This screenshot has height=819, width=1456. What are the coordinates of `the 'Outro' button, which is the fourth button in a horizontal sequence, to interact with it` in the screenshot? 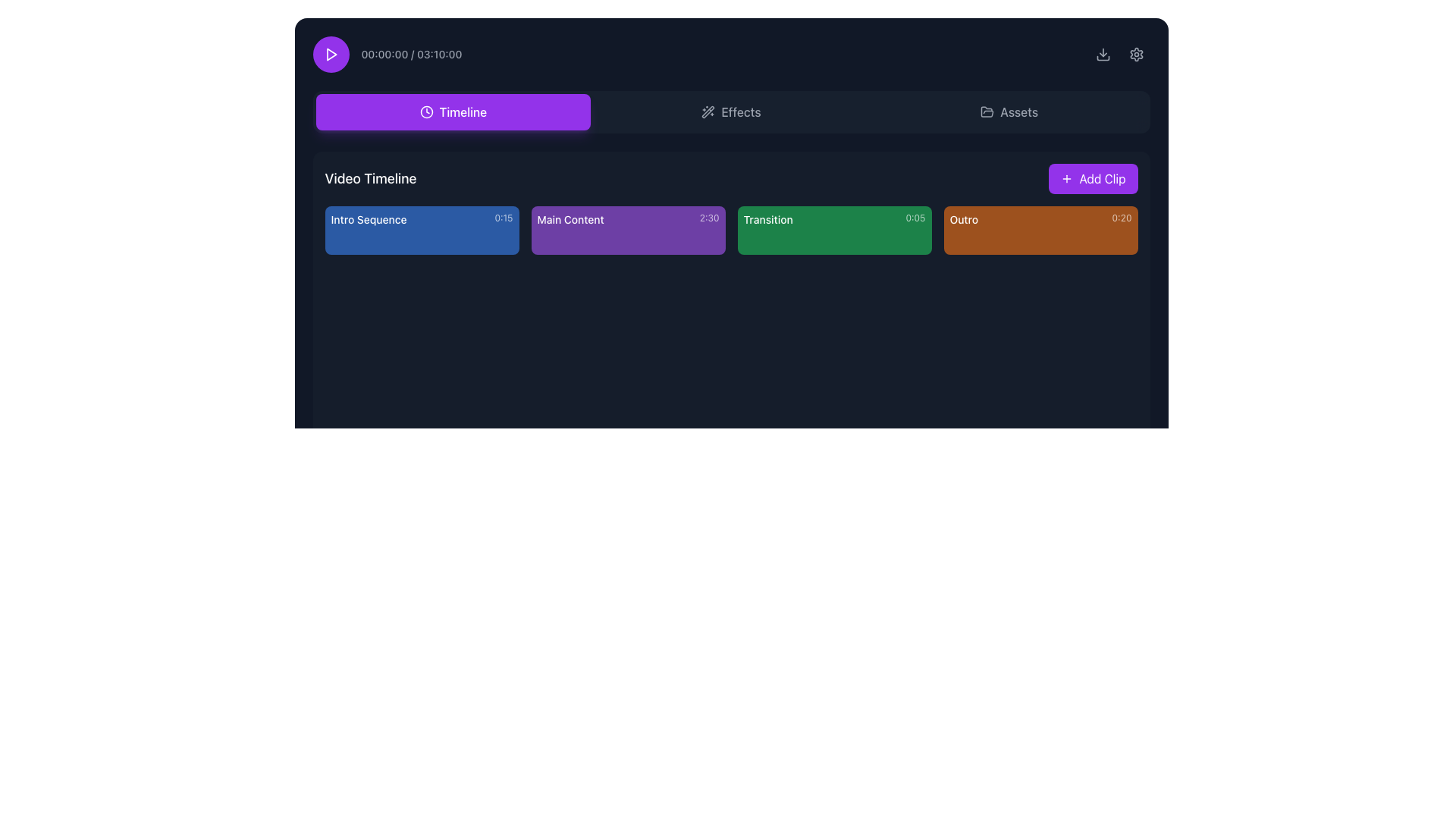 It's located at (1040, 231).